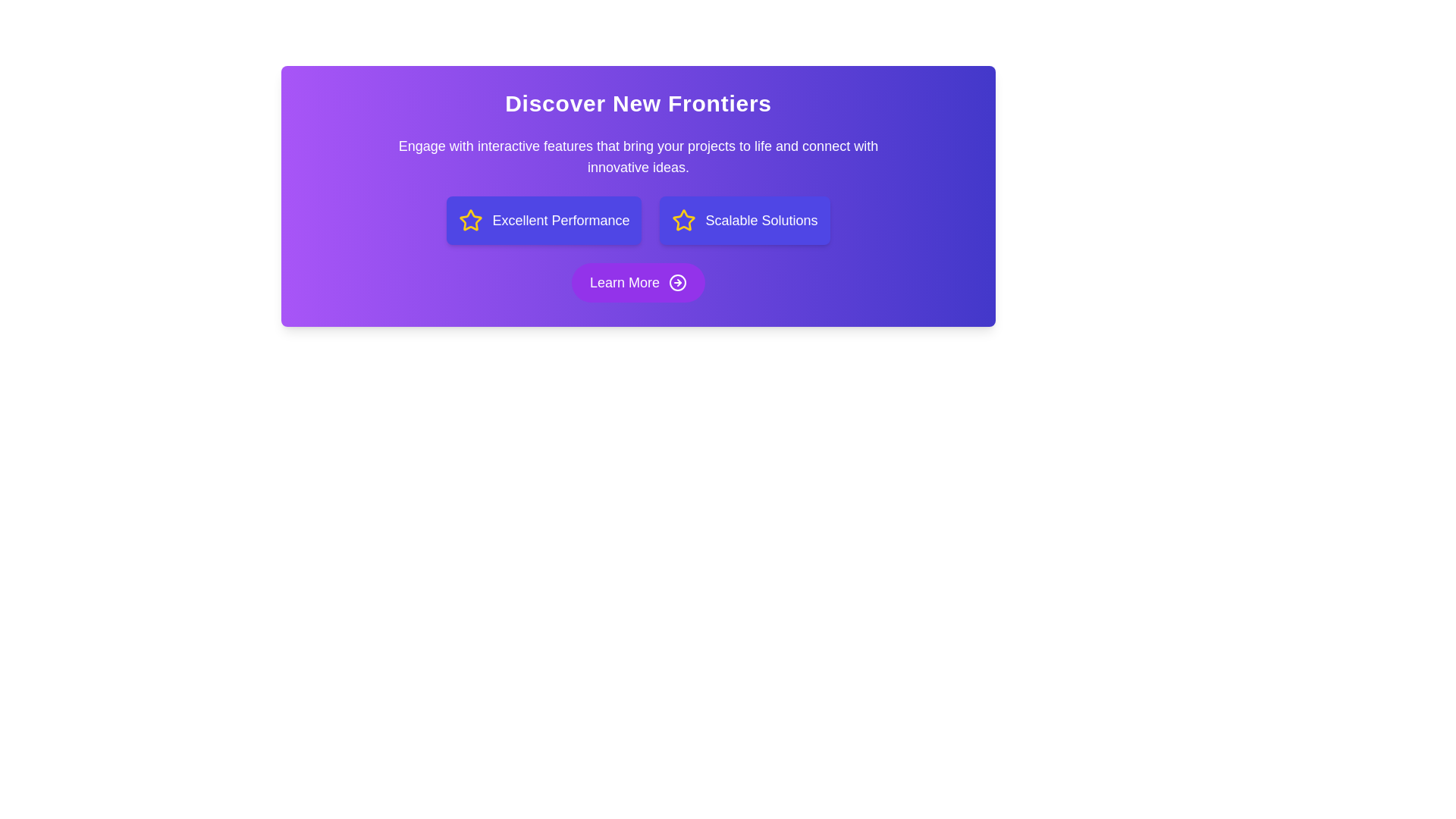  Describe the element at coordinates (470, 220) in the screenshot. I see `the star icon associated with the 'Excellent Performance' button, which emphasizes quality or rating, located to the left of the button's text` at that location.